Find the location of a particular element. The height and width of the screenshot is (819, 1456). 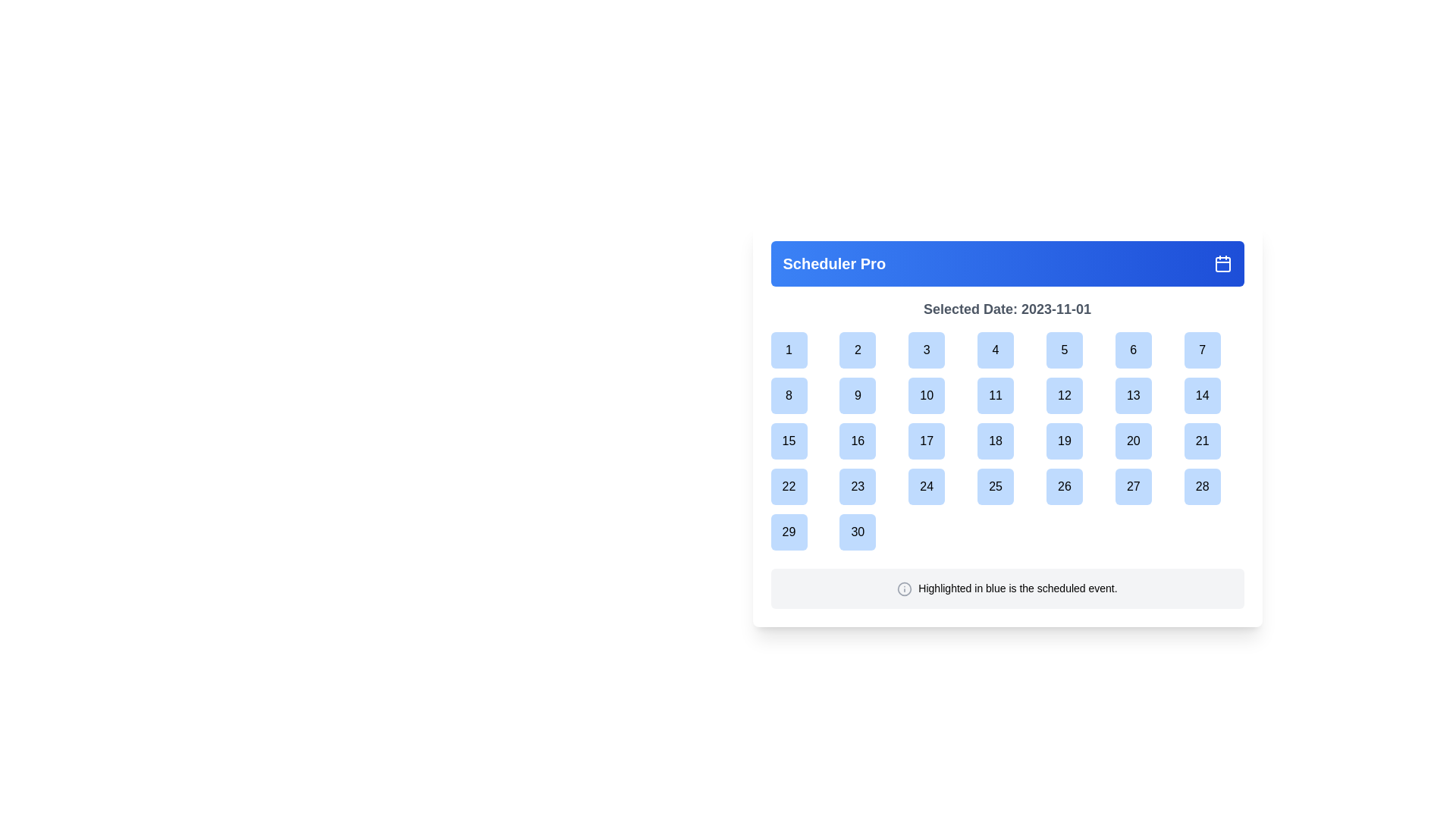

the tooltip element with gray text saying 'No Event' that appears below the calendar item labeled '27', located in the last row and fourth column of the calendar is located at coordinates (1147, 472).